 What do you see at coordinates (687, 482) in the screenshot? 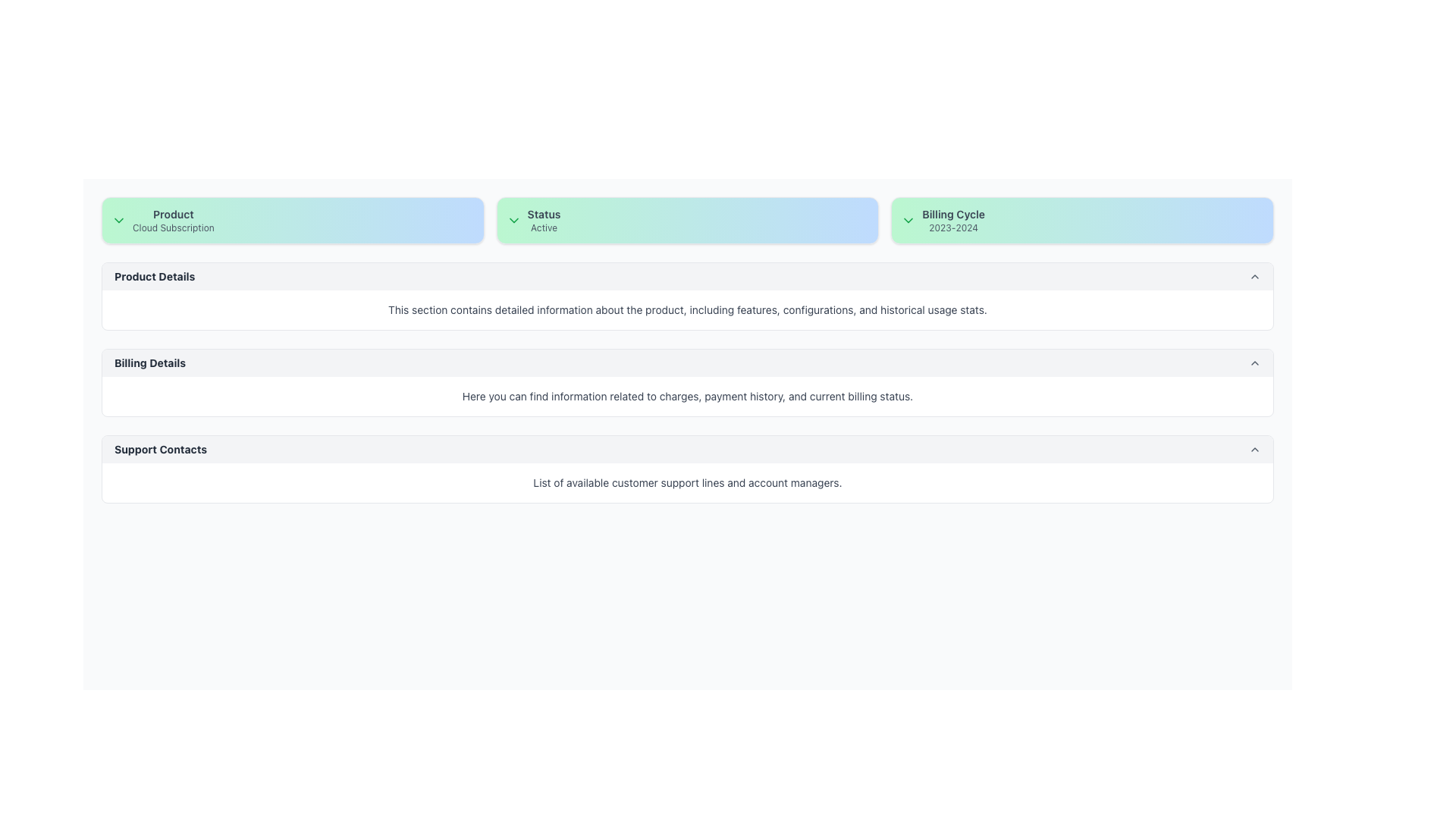
I see `the static text label that reads 'List of available customer support lines and account managers.', which is centrally aligned beneath the header 'Support Contacts'` at bounding box center [687, 482].